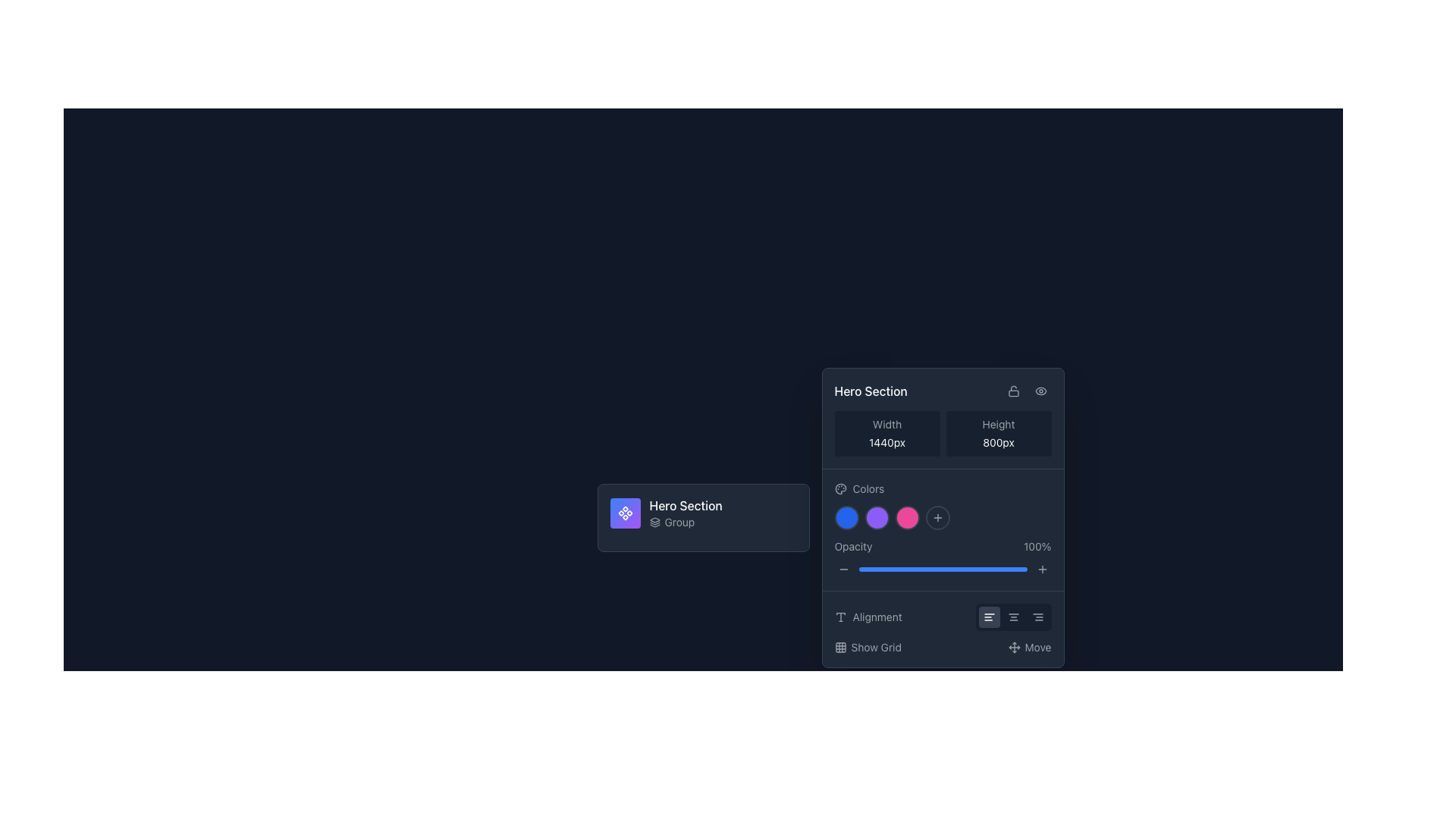 The image size is (1456, 819). What do you see at coordinates (839, 647) in the screenshot?
I see `the grid icon within the 'Show Grid' button located at the bottom right section of the panel` at bounding box center [839, 647].